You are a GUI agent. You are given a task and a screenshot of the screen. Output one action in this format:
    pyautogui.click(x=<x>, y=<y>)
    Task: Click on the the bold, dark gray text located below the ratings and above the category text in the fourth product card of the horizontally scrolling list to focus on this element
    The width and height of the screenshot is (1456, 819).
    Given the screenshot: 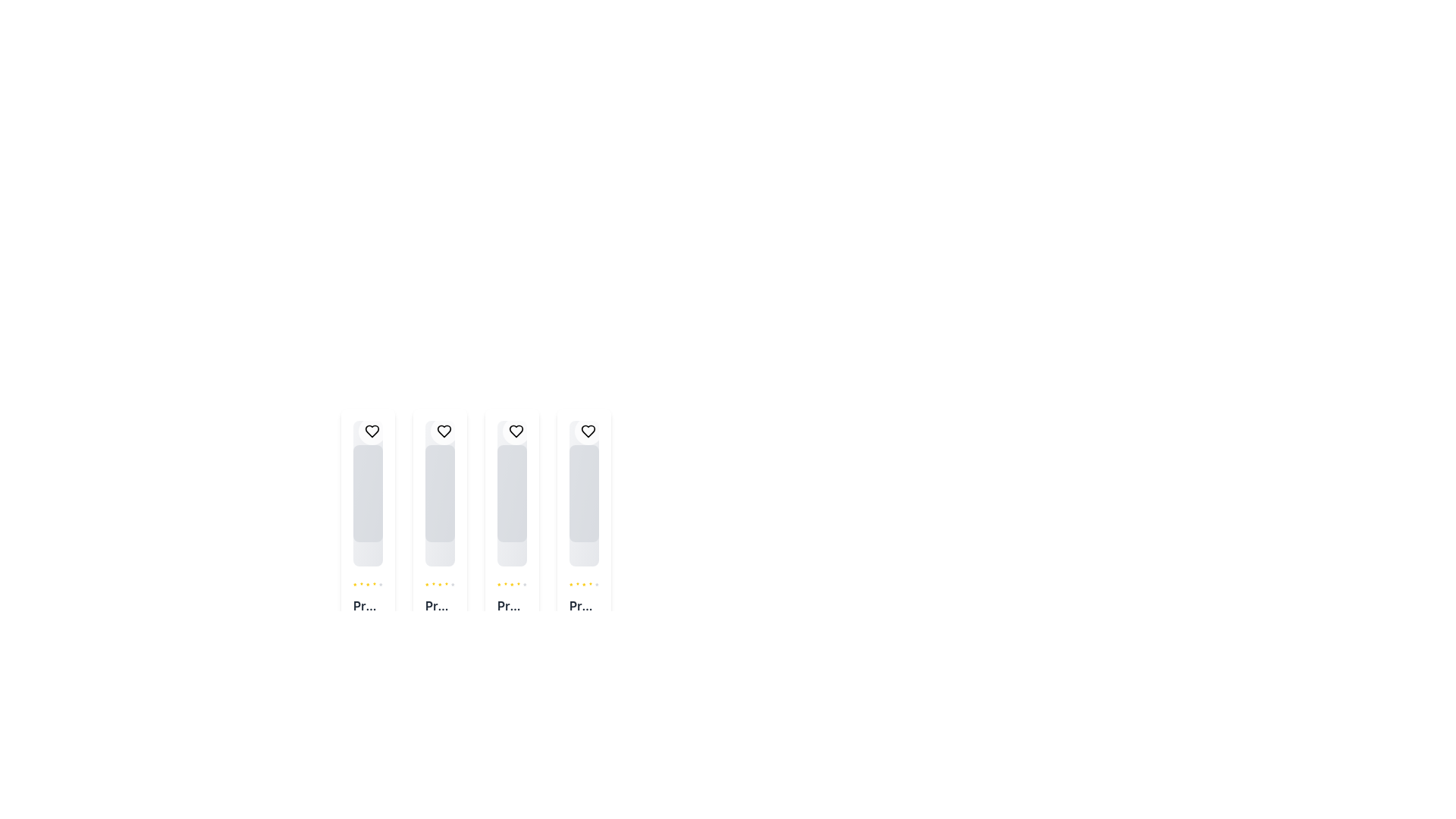 What is the action you would take?
    pyautogui.click(x=583, y=604)
    